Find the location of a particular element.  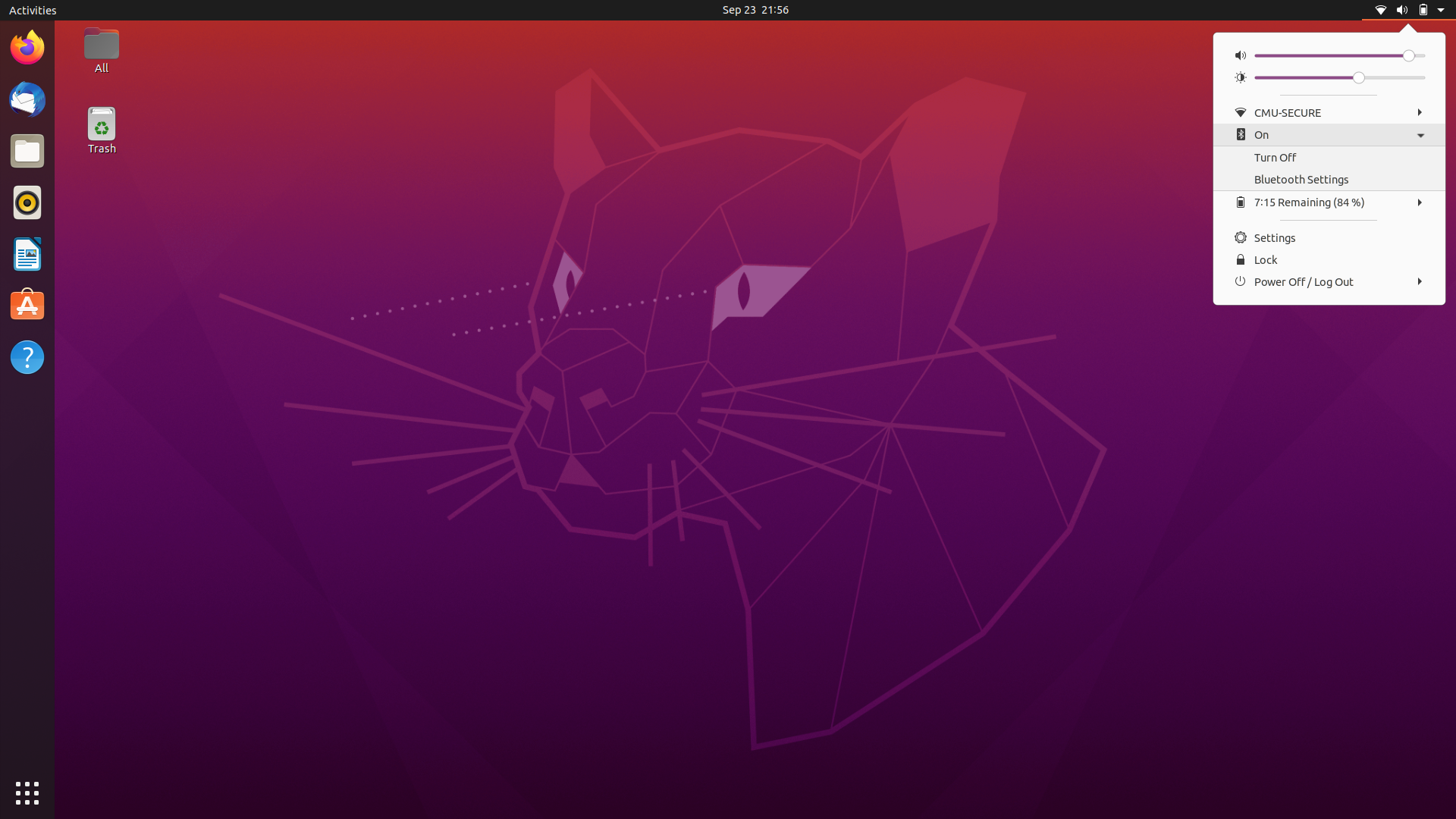

Augment system volume is located at coordinates (2703064, 11056).